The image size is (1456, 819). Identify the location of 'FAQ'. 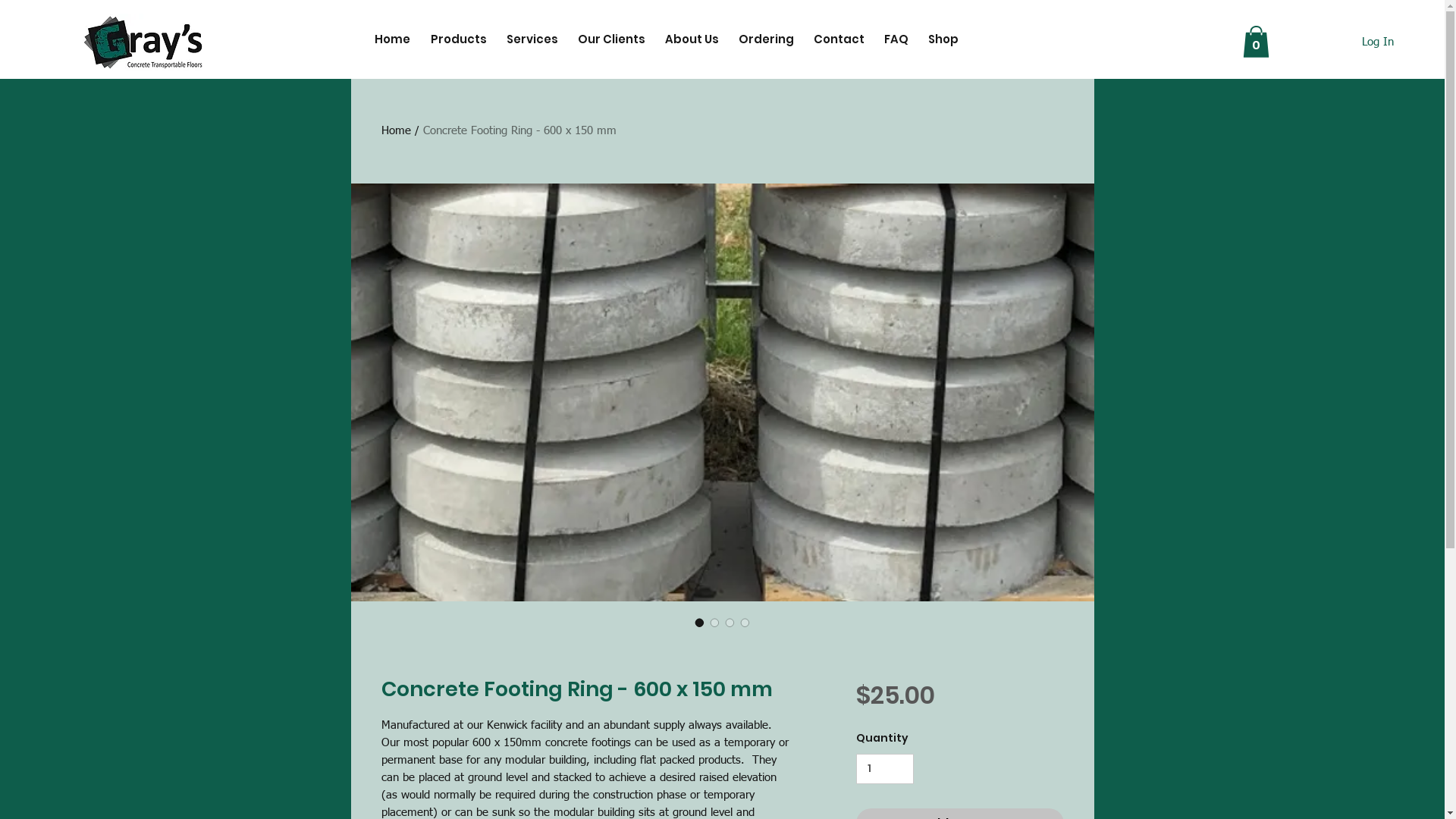
(894, 38).